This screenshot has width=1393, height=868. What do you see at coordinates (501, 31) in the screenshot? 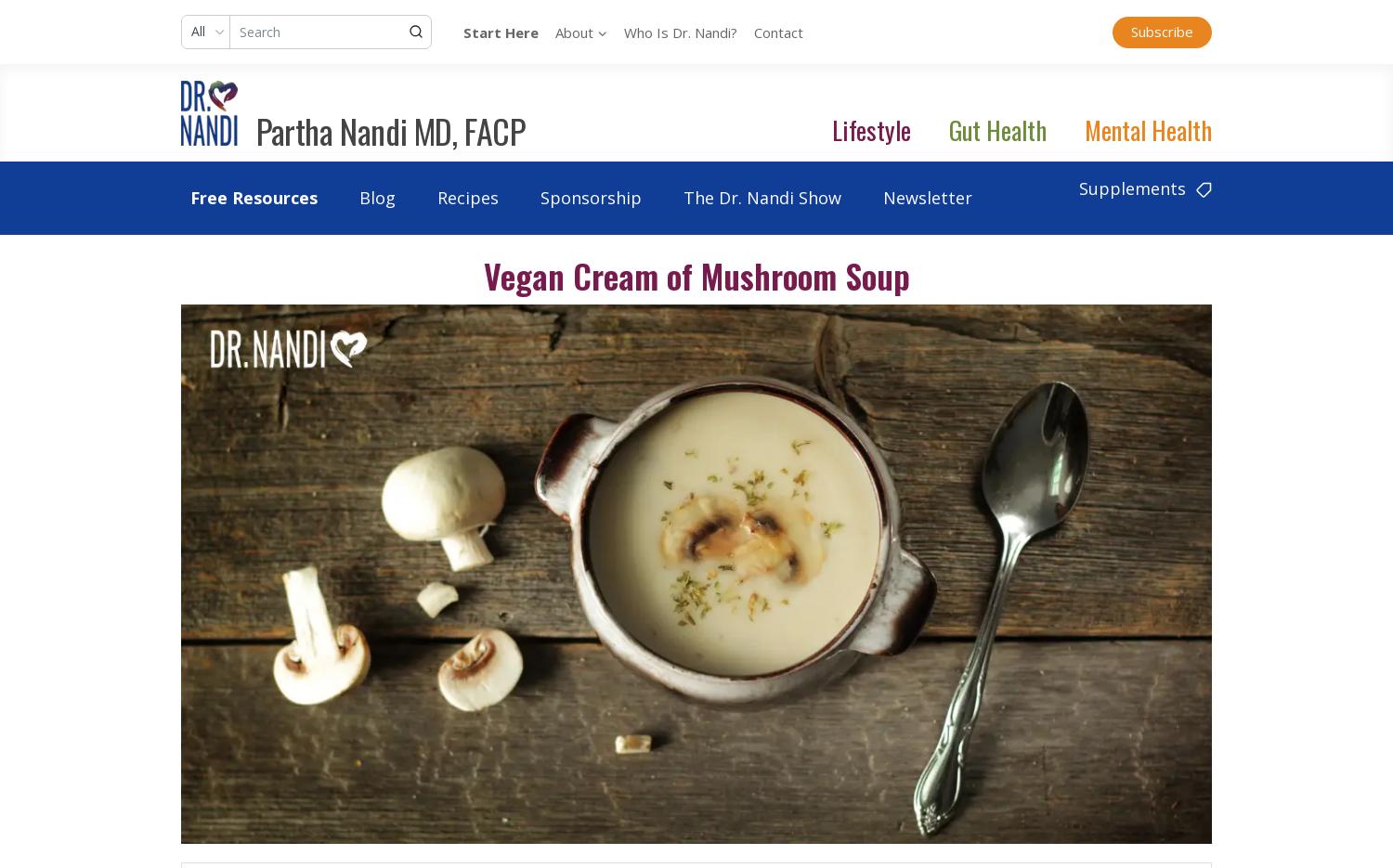
I see `'Start Here'` at bounding box center [501, 31].